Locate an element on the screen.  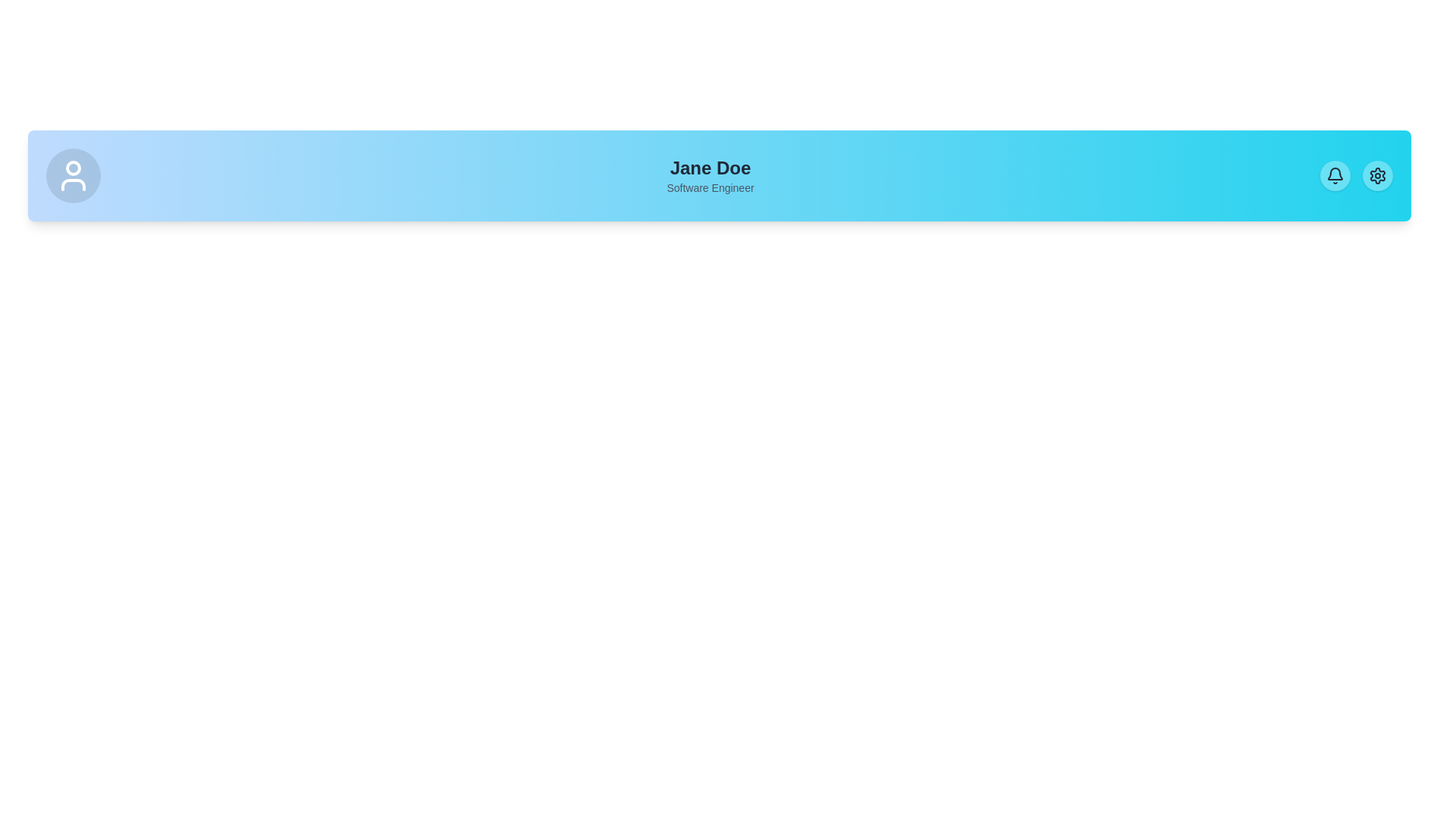
the circular button with a semi-transparent white background and a bell icon at its center is located at coordinates (1335, 174).